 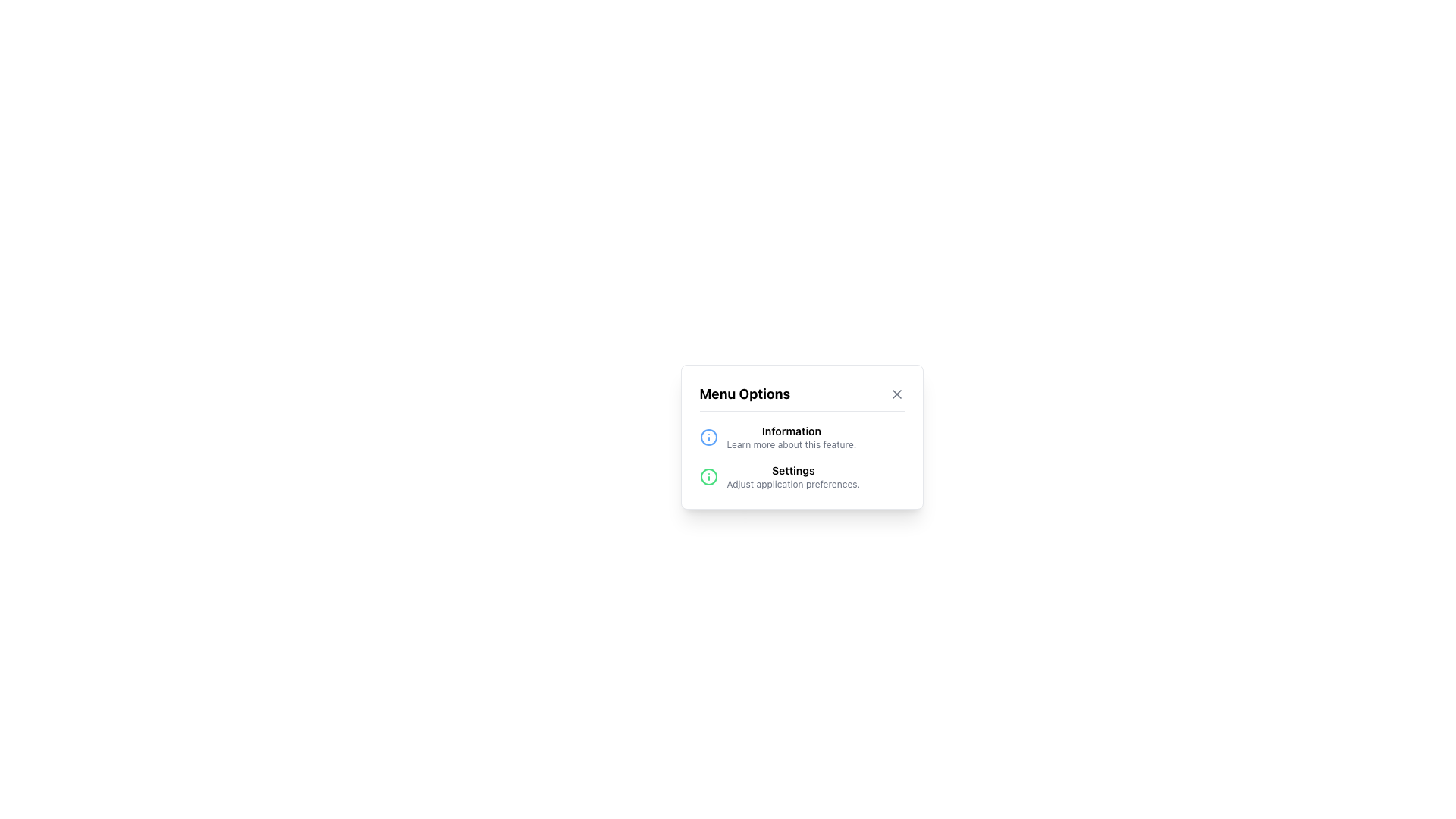 I want to click on the Text block under the 'Information' option in the 'Menu Options' panel, which serves as a menu option, so click(x=792, y=475).